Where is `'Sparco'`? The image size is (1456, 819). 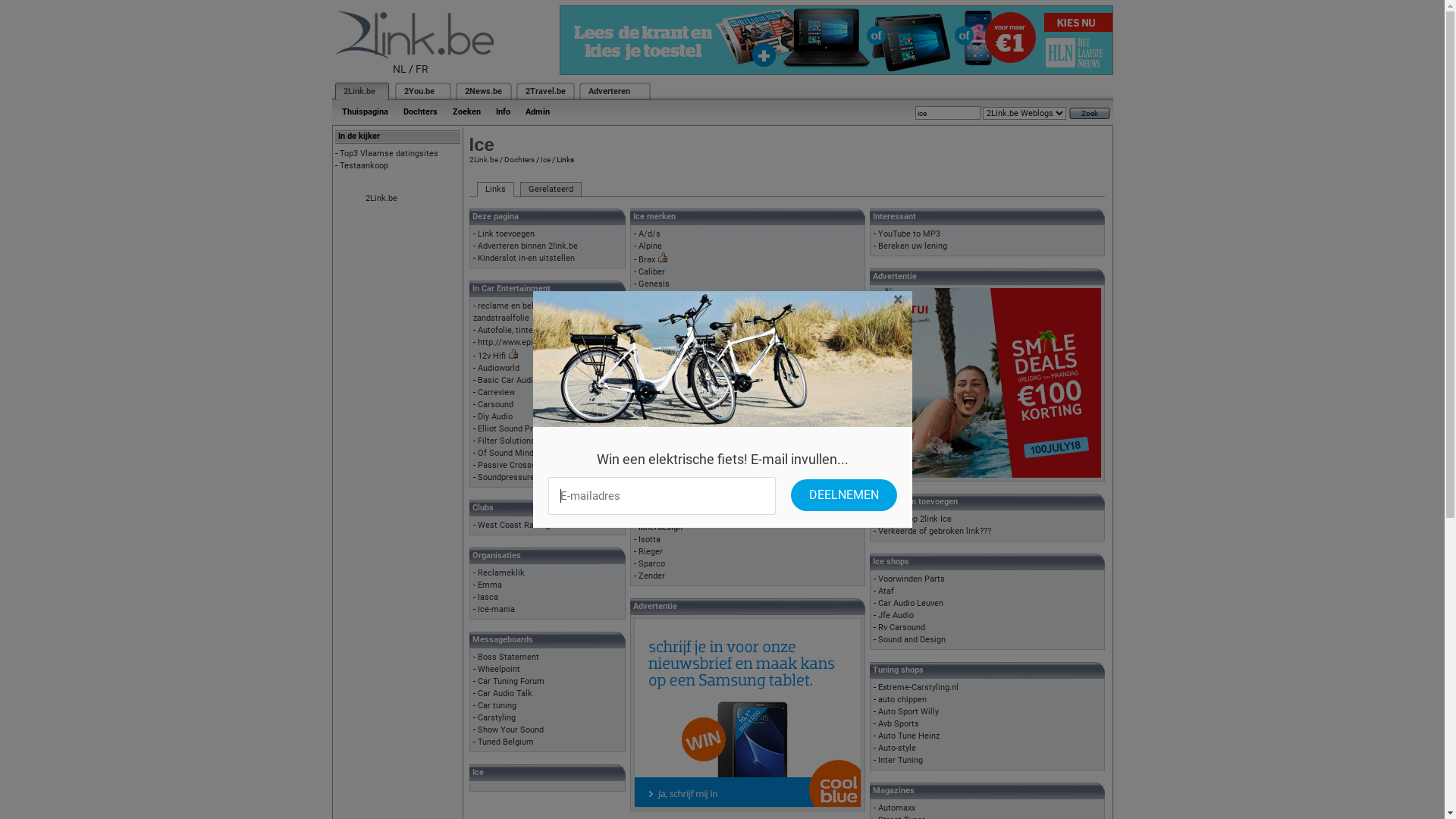 'Sparco' is located at coordinates (651, 563).